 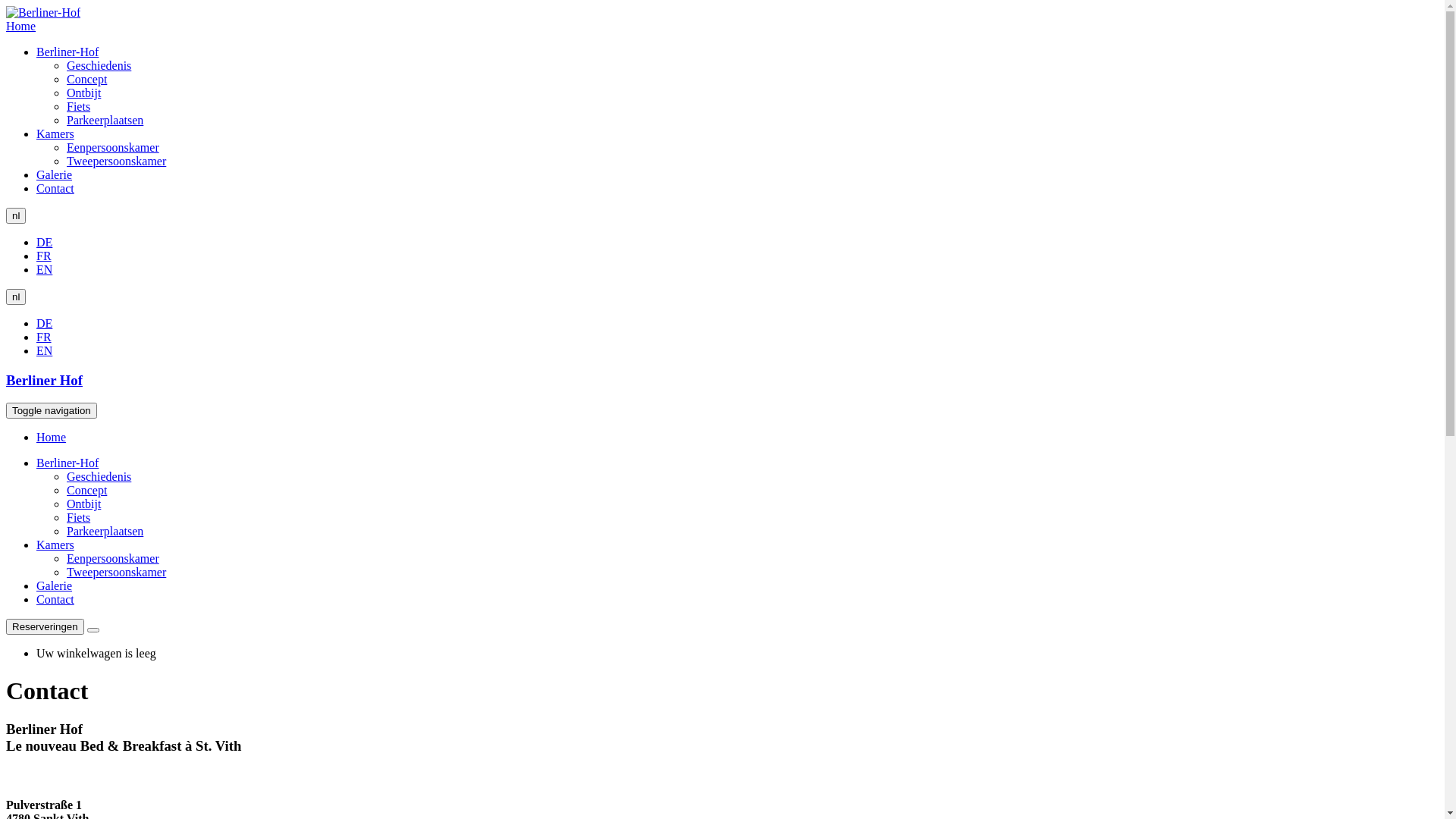 What do you see at coordinates (86, 490) in the screenshot?
I see `'Concept'` at bounding box center [86, 490].